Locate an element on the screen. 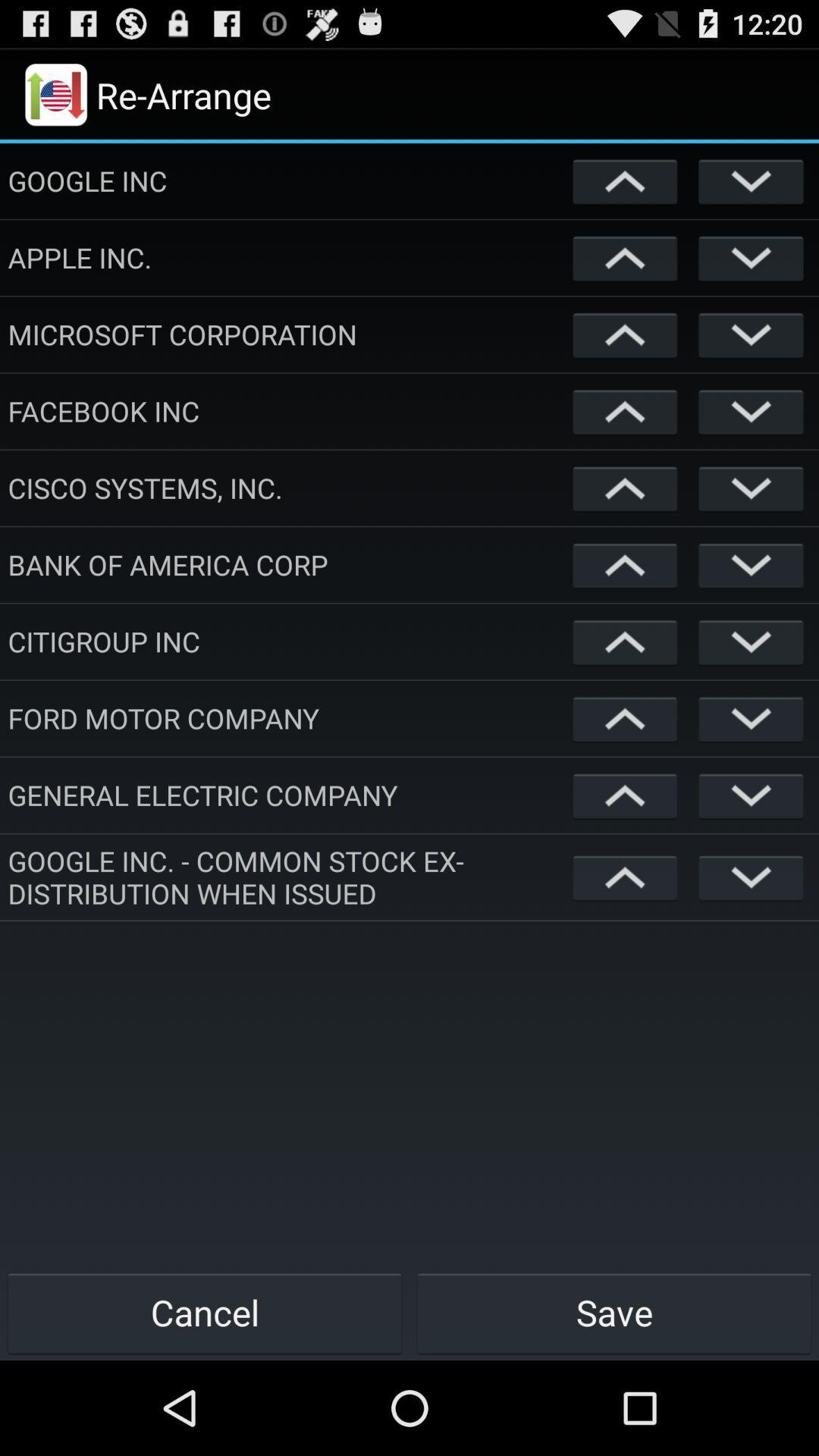  expand facebook inc is located at coordinates (751, 411).